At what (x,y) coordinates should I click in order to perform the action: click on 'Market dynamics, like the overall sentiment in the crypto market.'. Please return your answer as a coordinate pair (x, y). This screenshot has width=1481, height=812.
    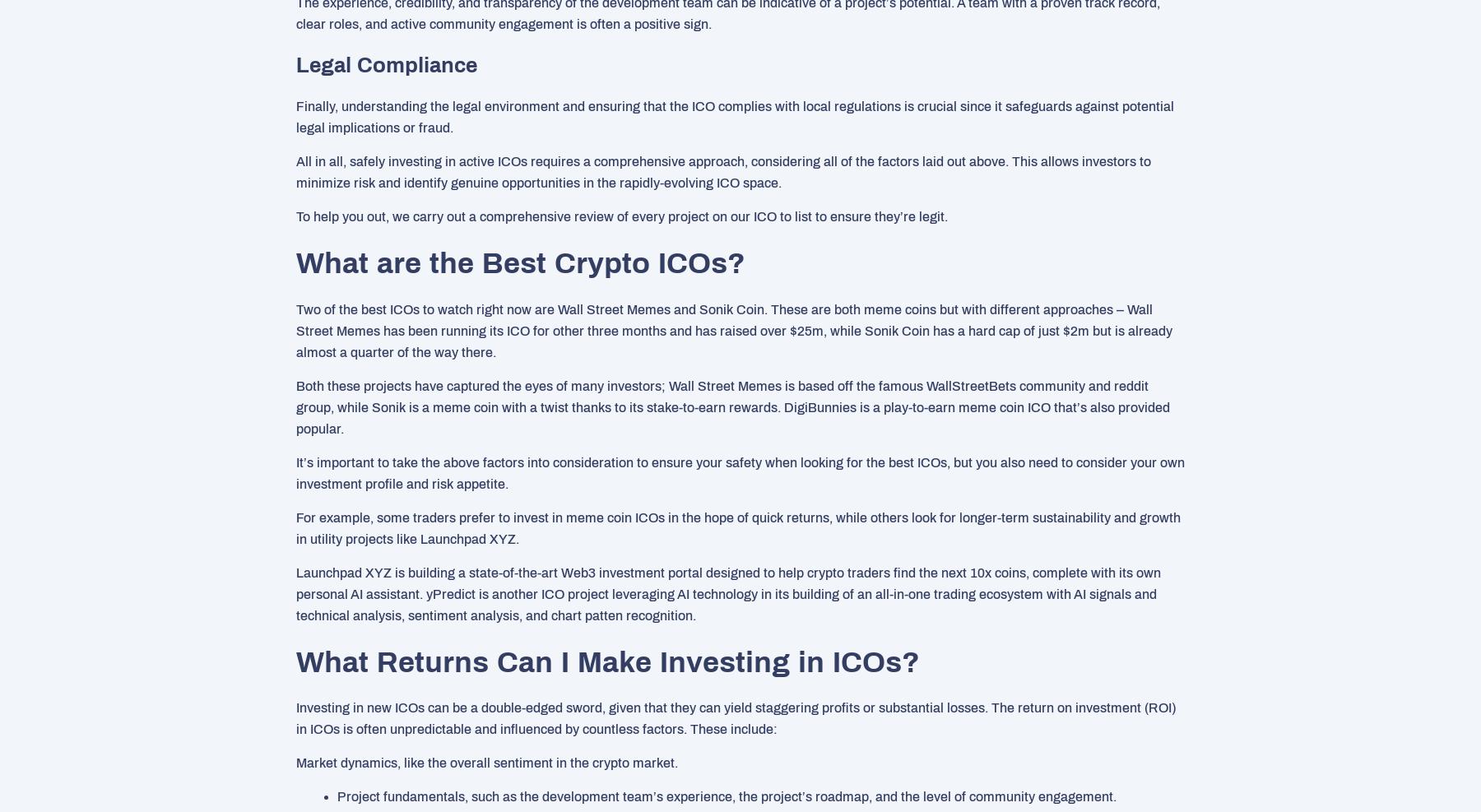
    Looking at the image, I should click on (487, 763).